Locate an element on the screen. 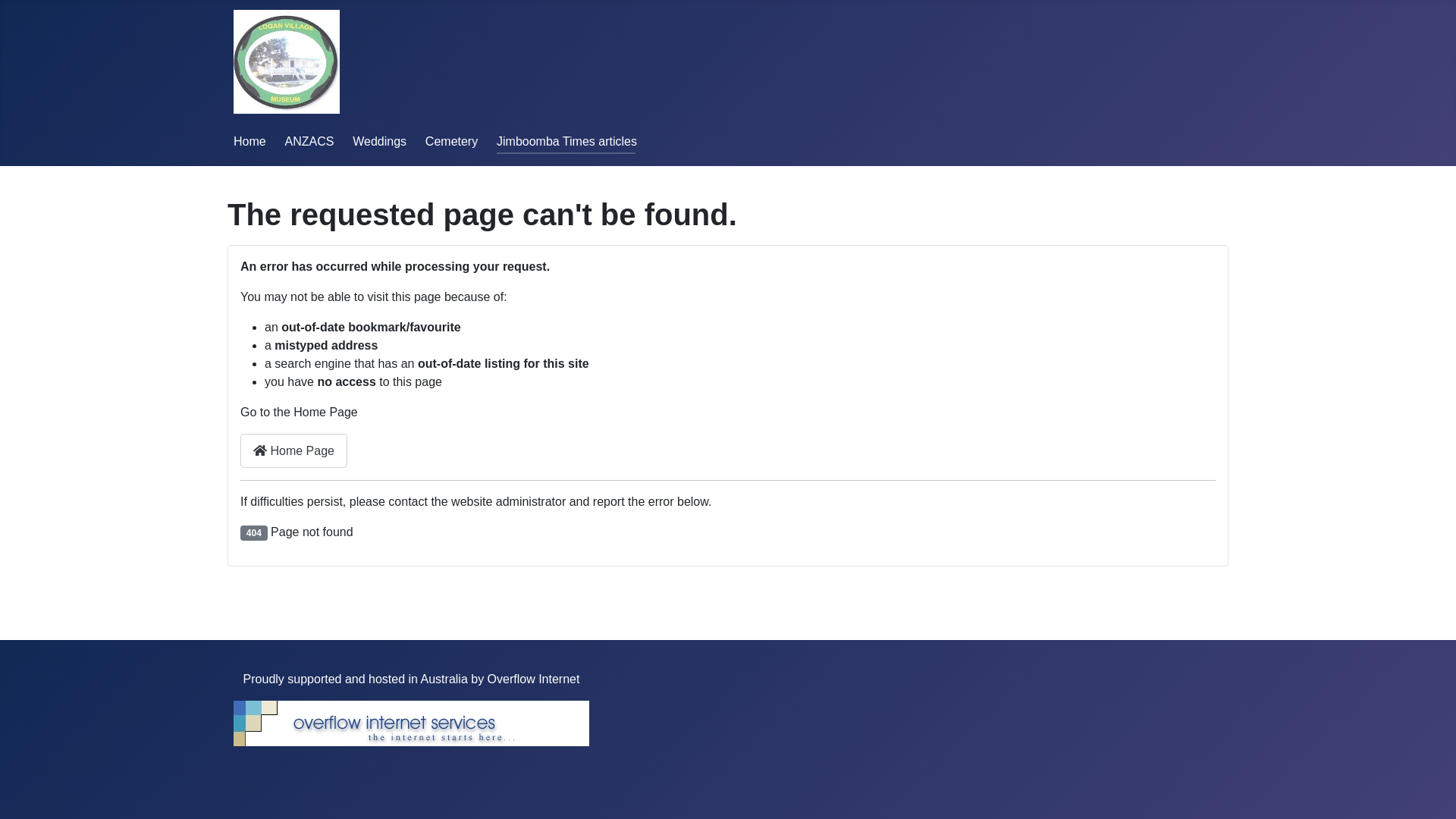  'Weddings' is located at coordinates (379, 141).